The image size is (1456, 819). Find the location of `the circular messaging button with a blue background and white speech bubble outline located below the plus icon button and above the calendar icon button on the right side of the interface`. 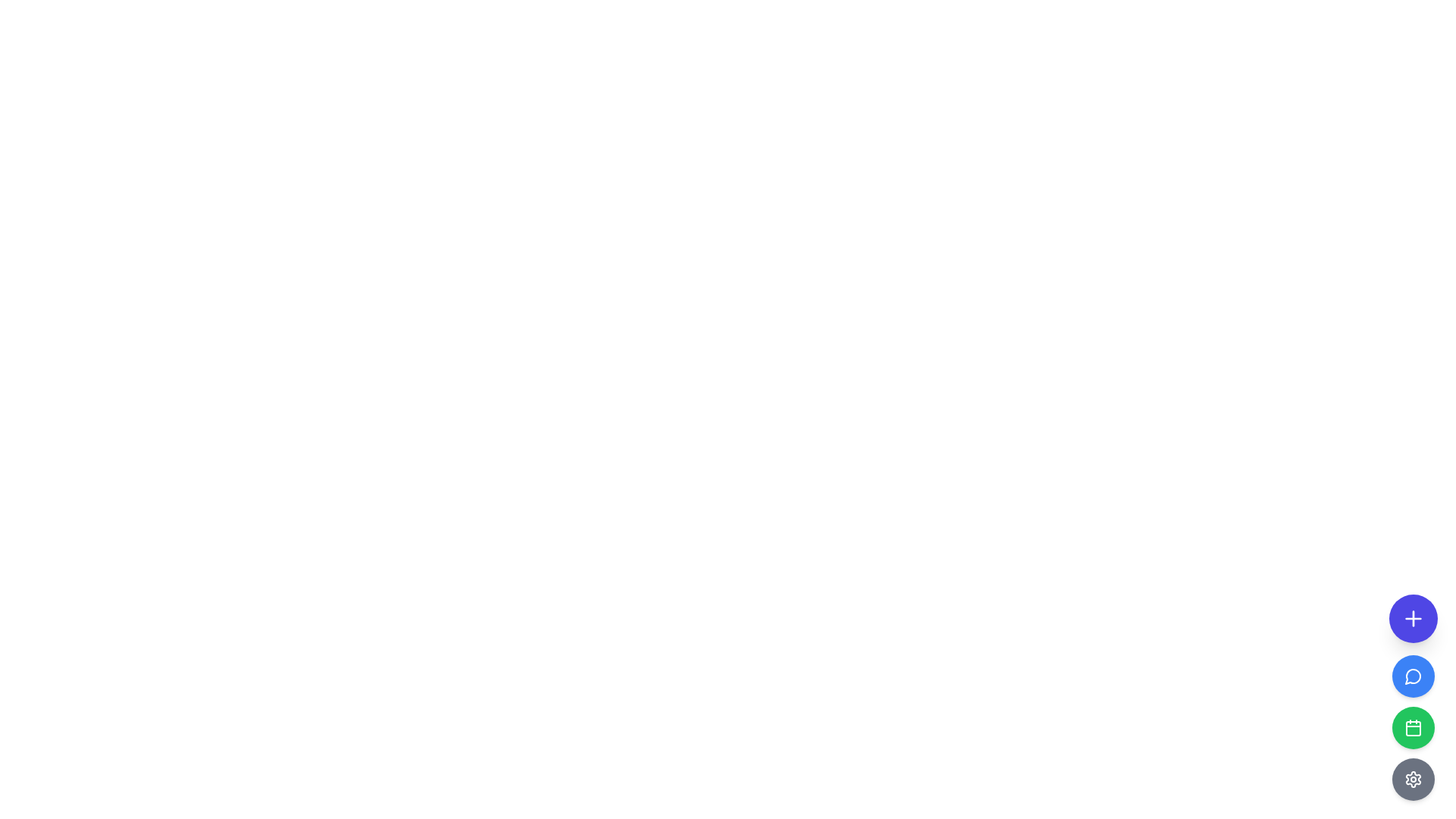

the circular messaging button with a blue background and white speech bubble outline located below the plus icon button and above the calendar icon button on the right side of the interface is located at coordinates (1412, 675).